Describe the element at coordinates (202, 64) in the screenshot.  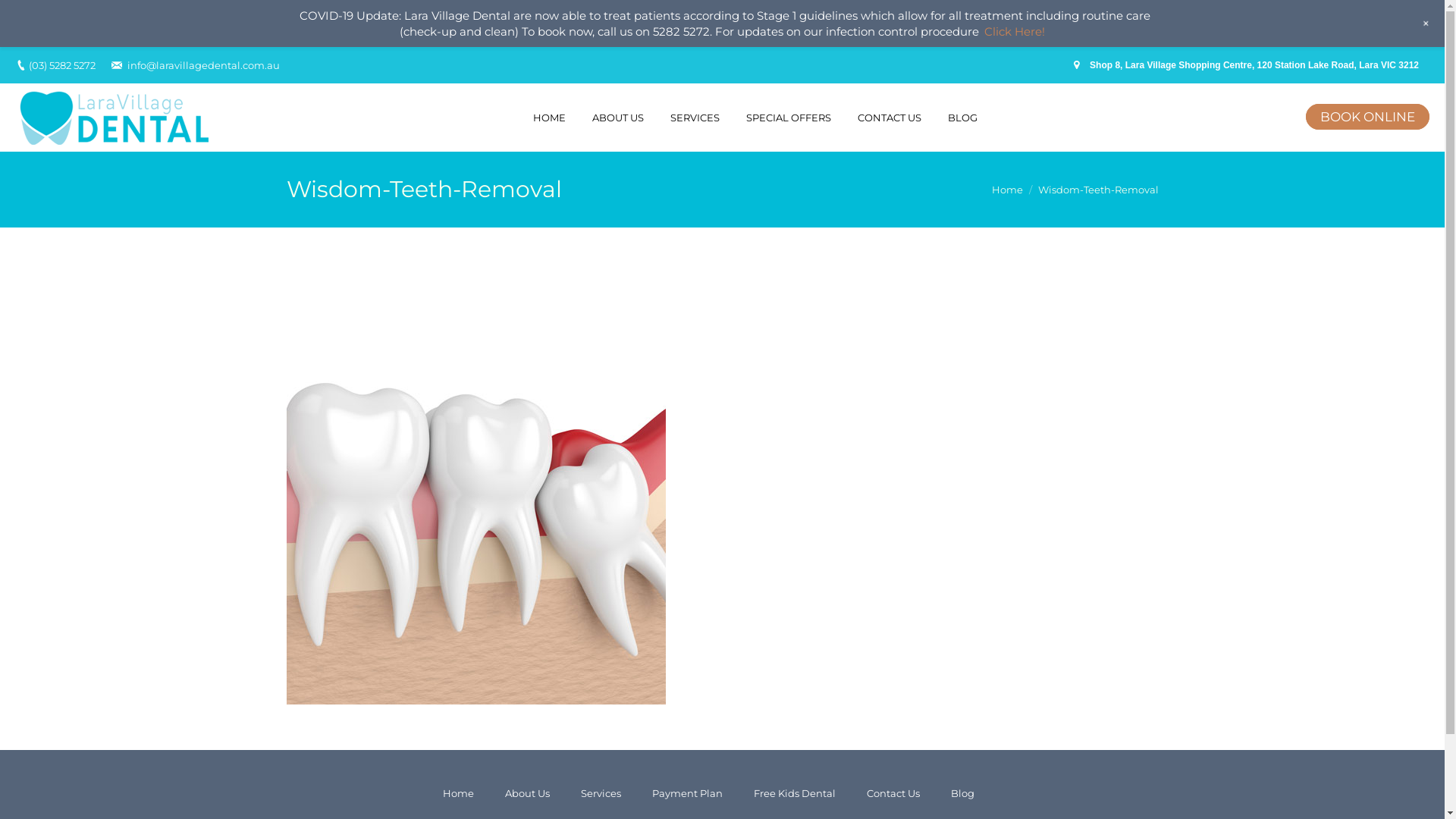
I see `'info@laravillagedental.com.au'` at that location.